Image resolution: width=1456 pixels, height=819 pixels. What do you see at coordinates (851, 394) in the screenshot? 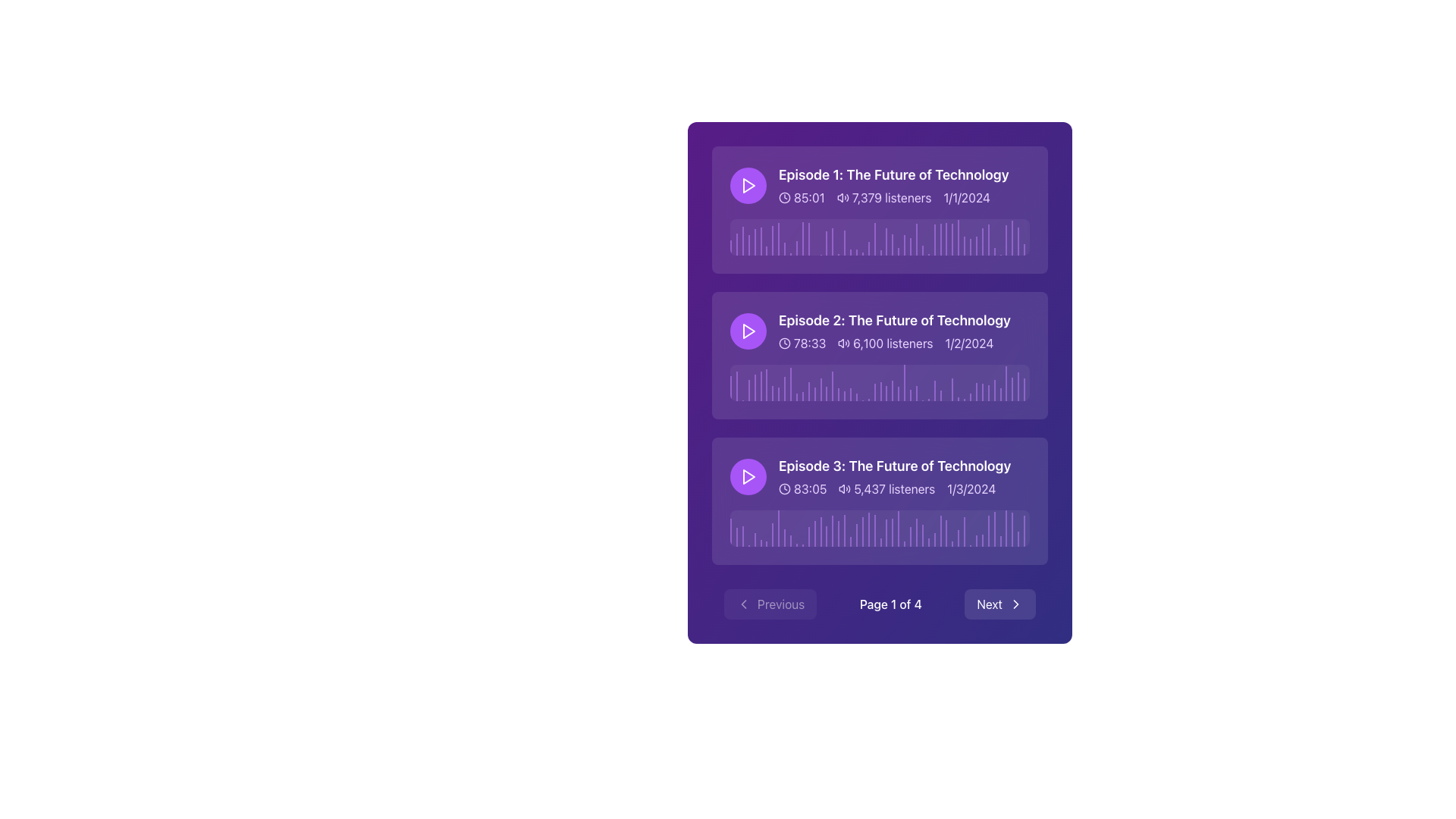
I see `the 21st decorative graphical bar in the waveform visualization within the 'Episode 2: The Future of Technology' card` at bounding box center [851, 394].